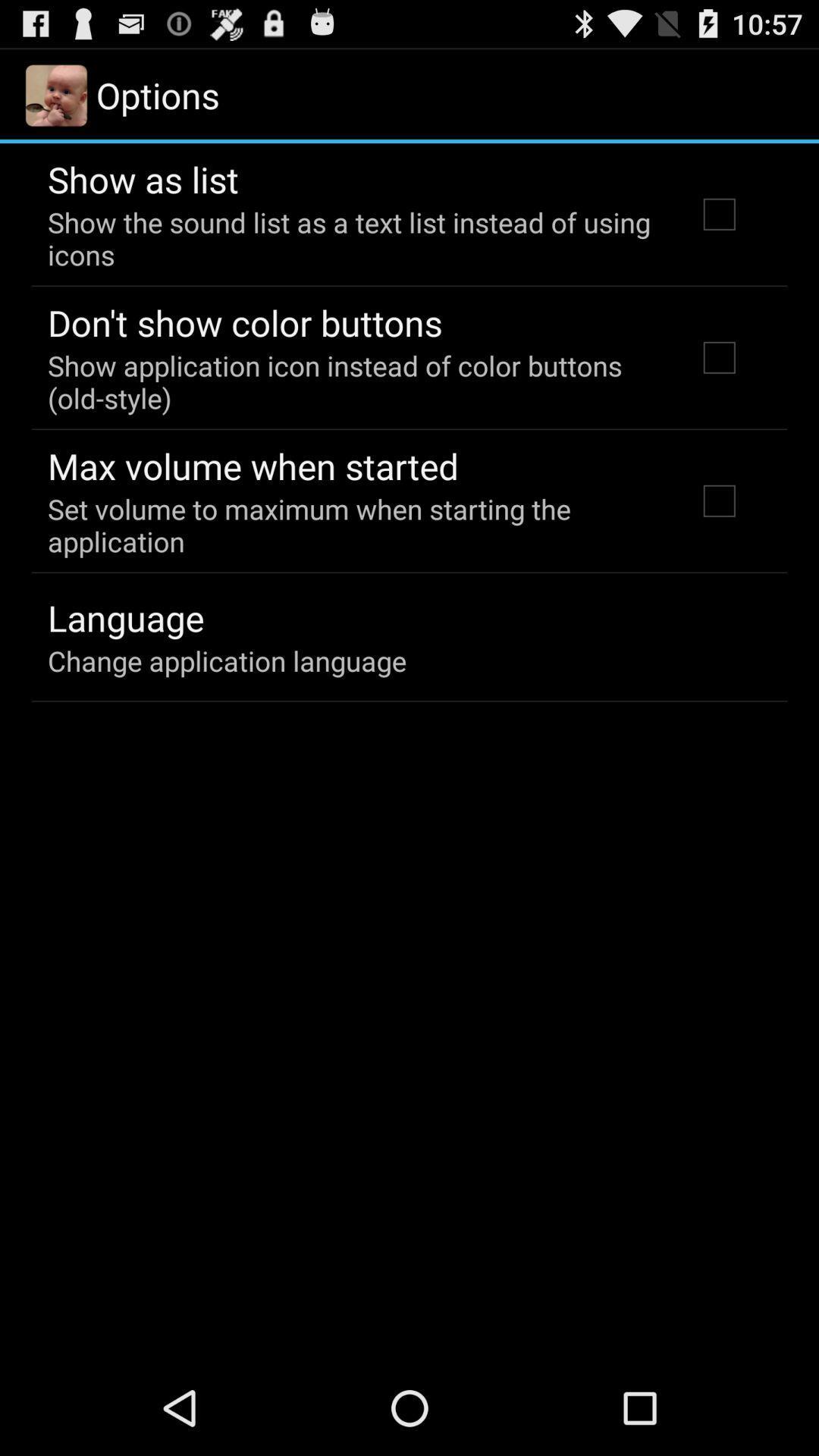 Image resolution: width=819 pixels, height=1456 pixels. What do you see at coordinates (351, 381) in the screenshot?
I see `the show application icon app` at bounding box center [351, 381].